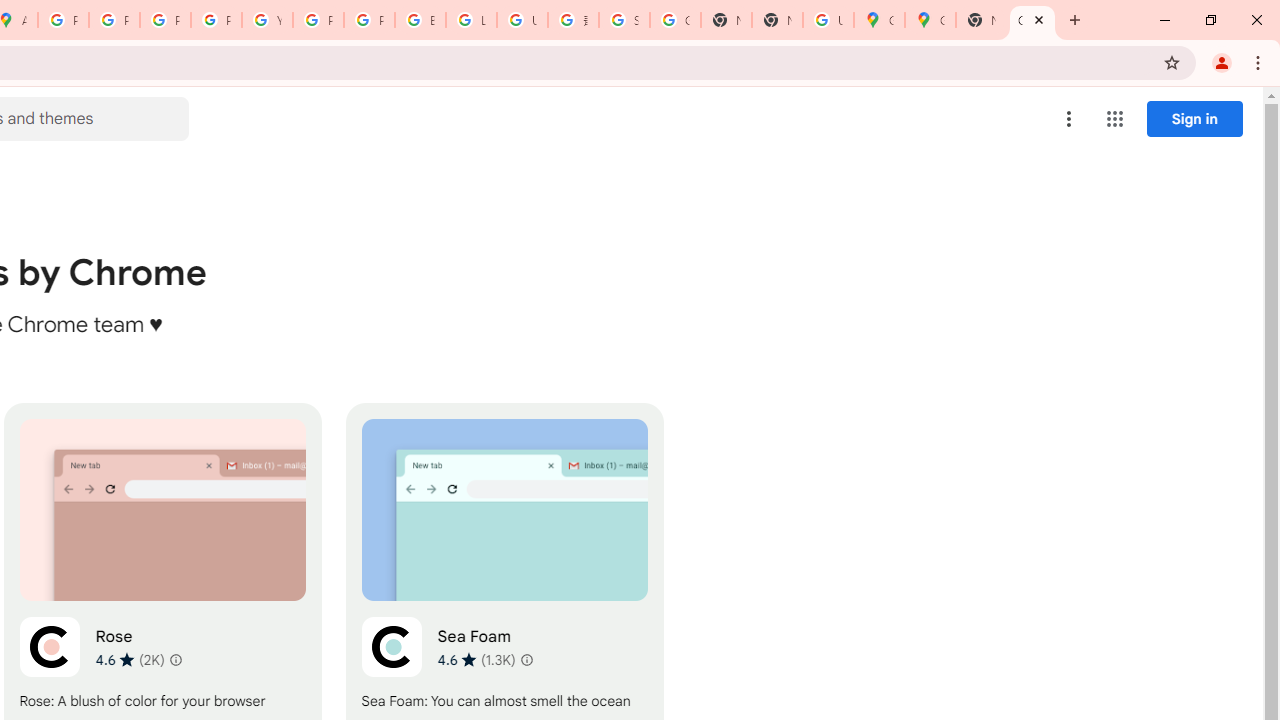 This screenshot has height=720, width=1280. Describe the element at coordinates (1068, 119) in the screenshot. I see `'More options menu'` at that location.